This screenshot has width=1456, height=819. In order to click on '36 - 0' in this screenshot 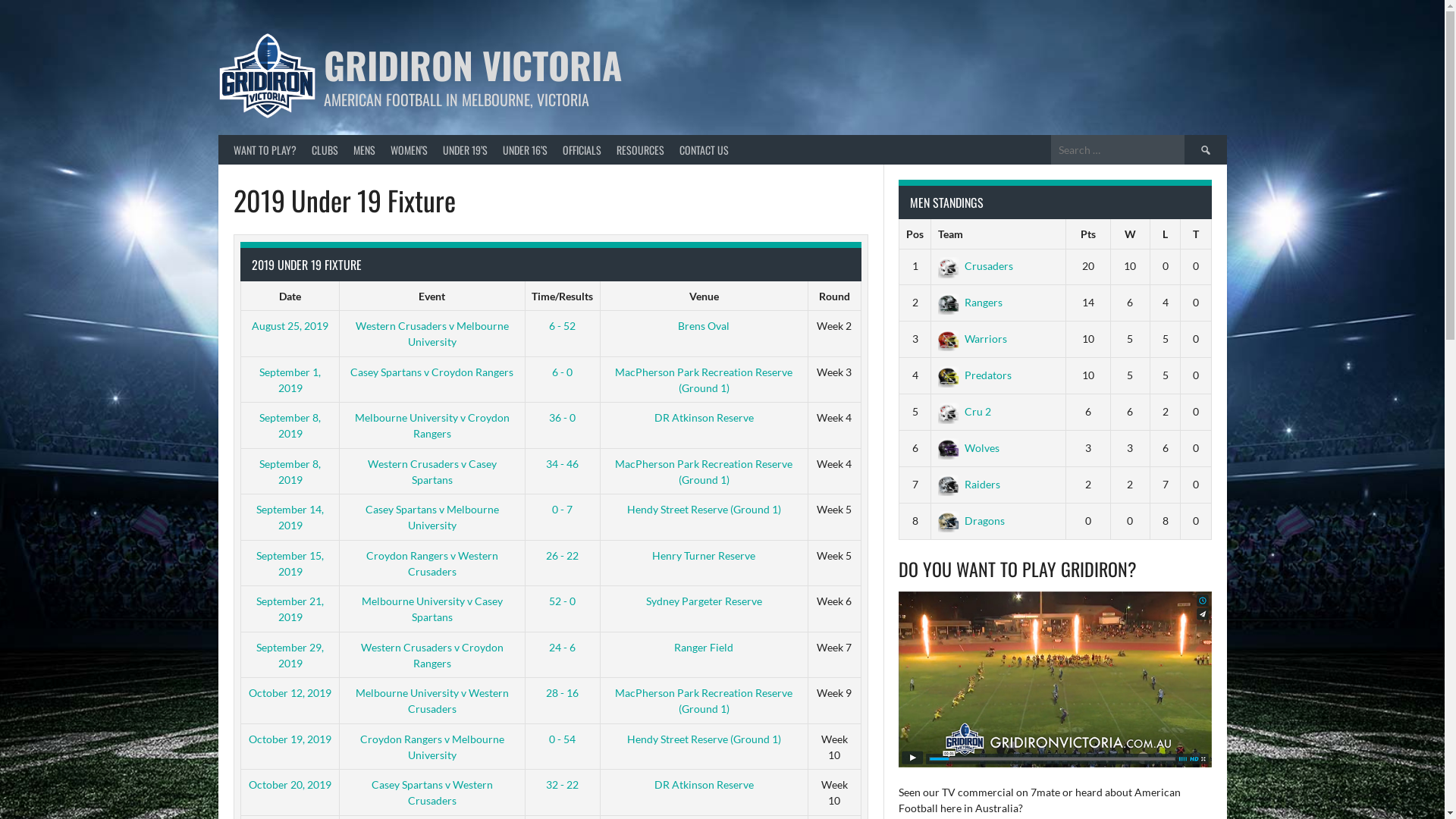, I will do `click(561, 417)`.